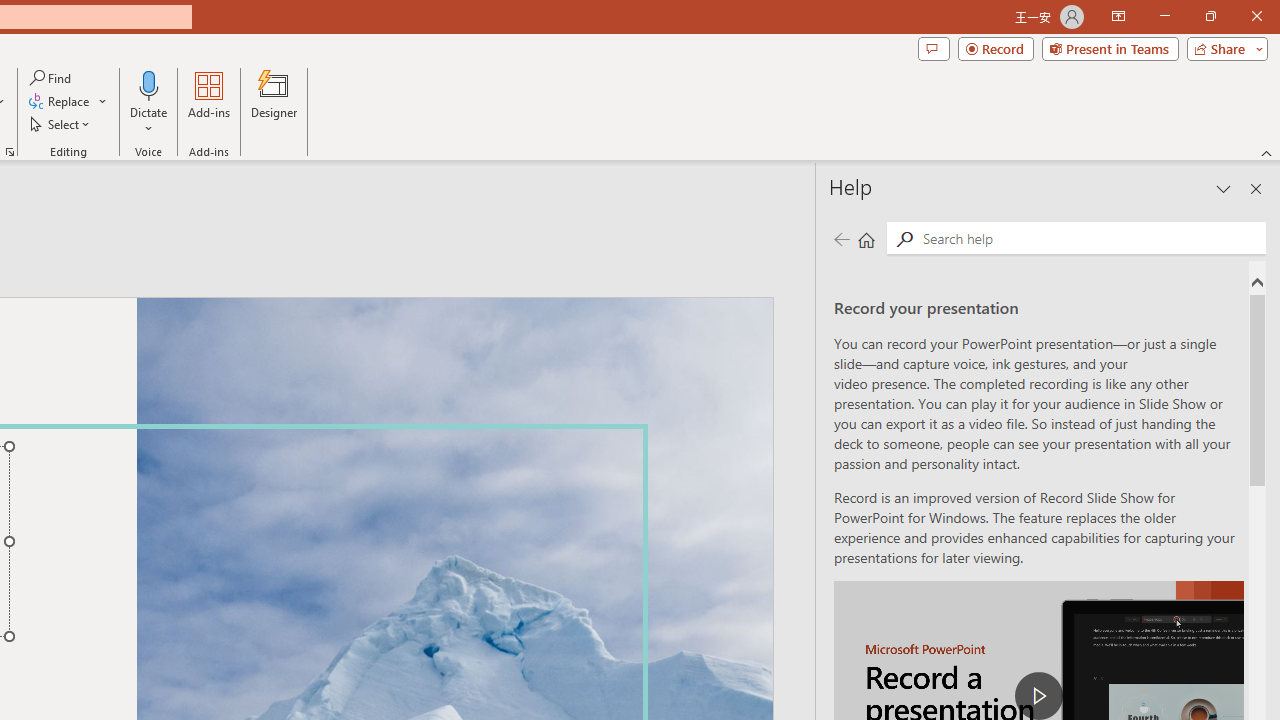  What do you see at coordinates (61, 124) in the screenshot?
I see `'Select'` at bounding box center [61, 124].